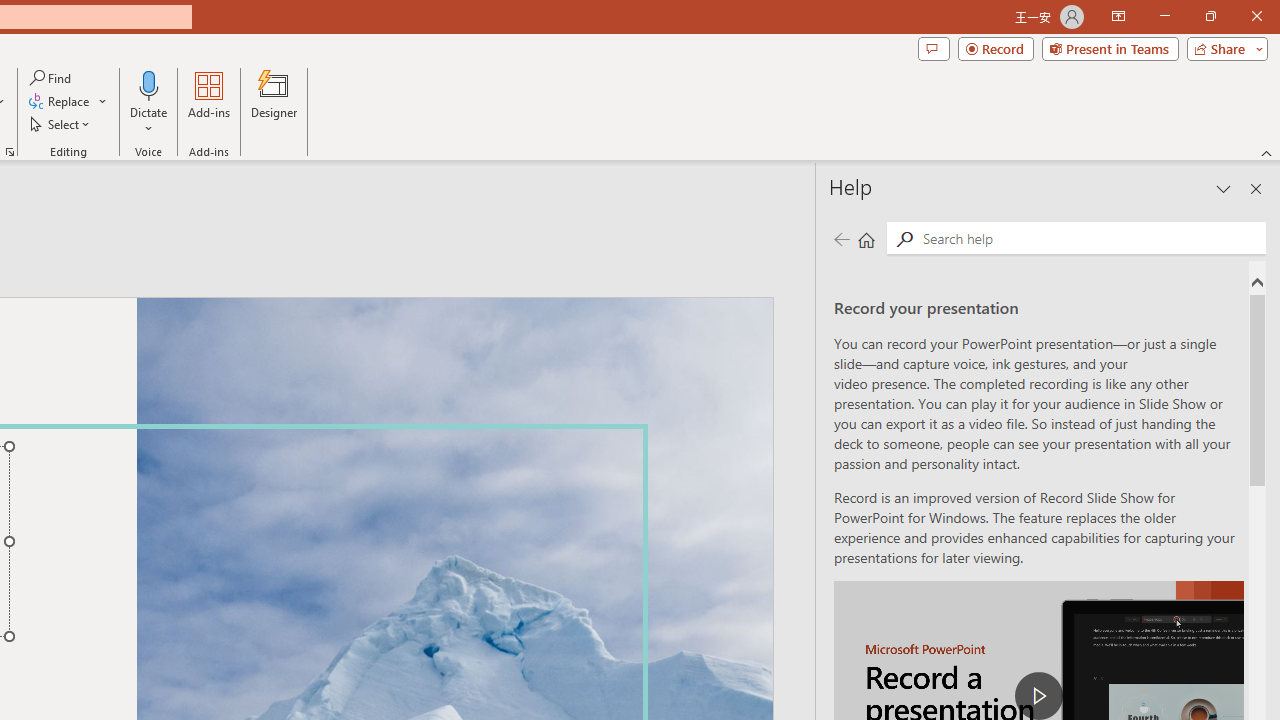  What do you see at coordinates (61, 124) in the screenshot?
I see `'Select'` at bounding box center [61, 124].